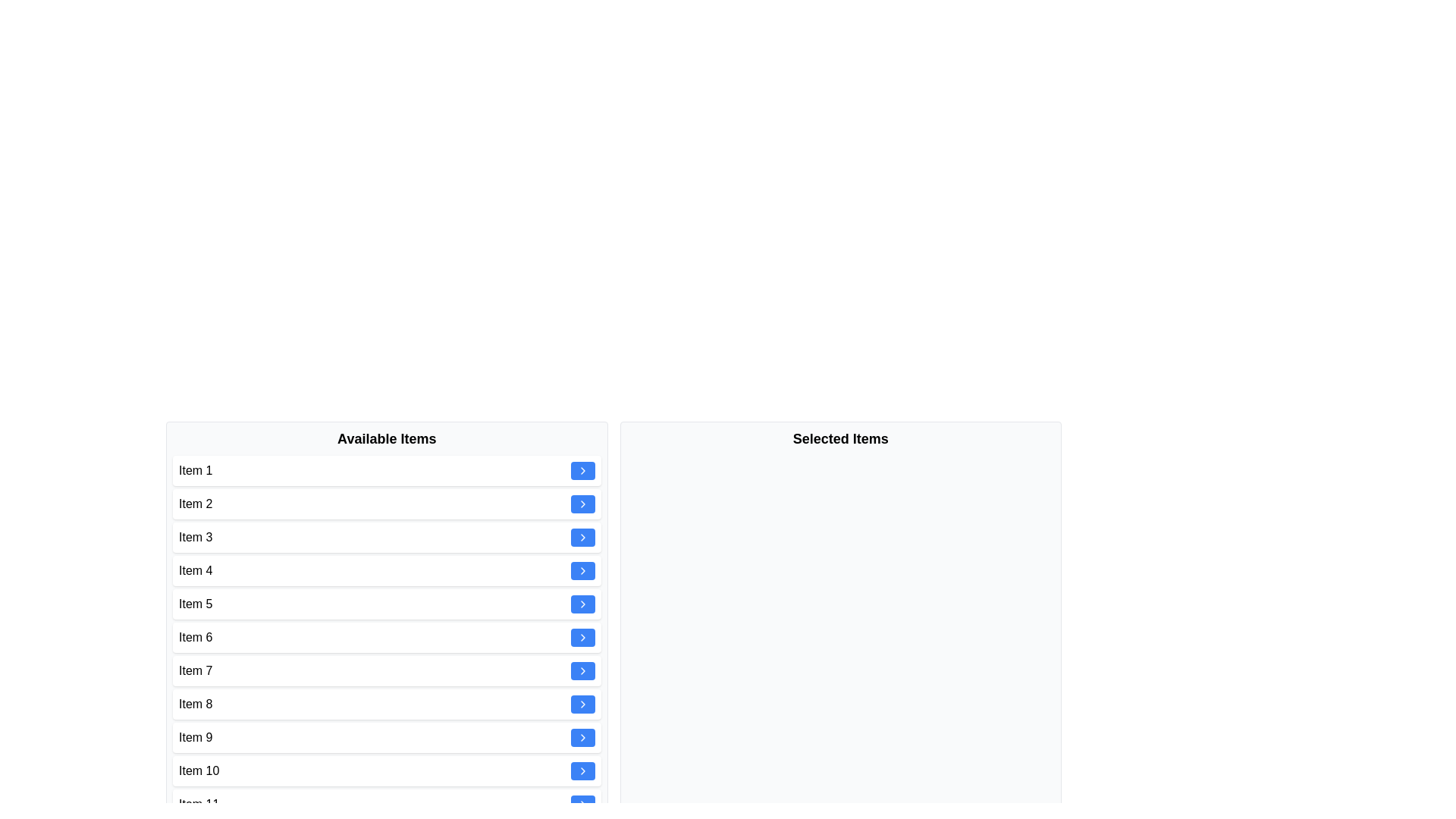 The width and height of the screenshot is (1456, 819). Describe the element at coordinates (582, 570) in the screenshot. I see `the arrow icon pointing to the right, which is part of the blue circular button located in the 5th row of the 'Available Items' list, aligned horizontally with the text 'Item 5'` at that location.